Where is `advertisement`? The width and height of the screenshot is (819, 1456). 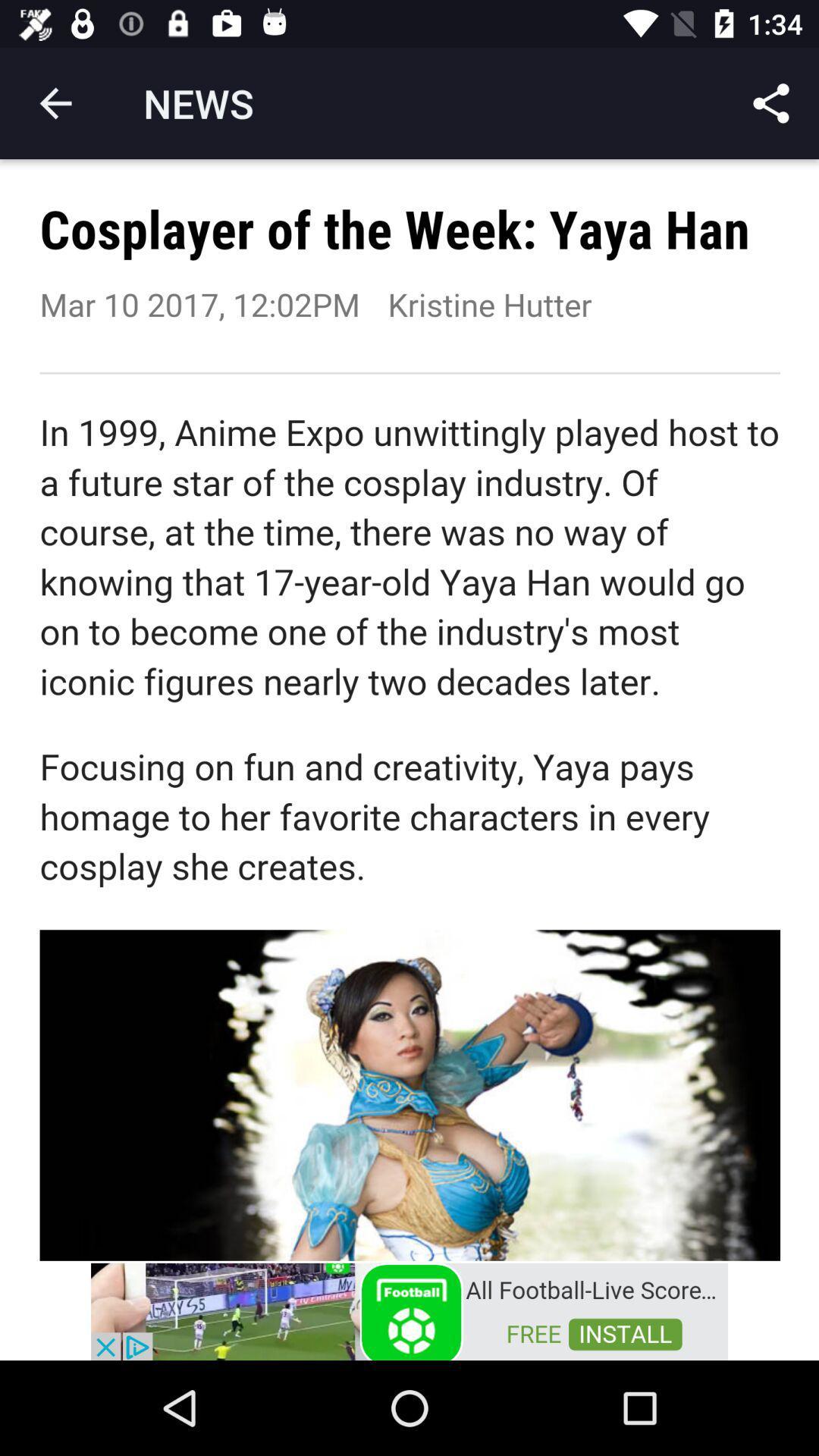 advertisement is located at coordinates (409, 1310).